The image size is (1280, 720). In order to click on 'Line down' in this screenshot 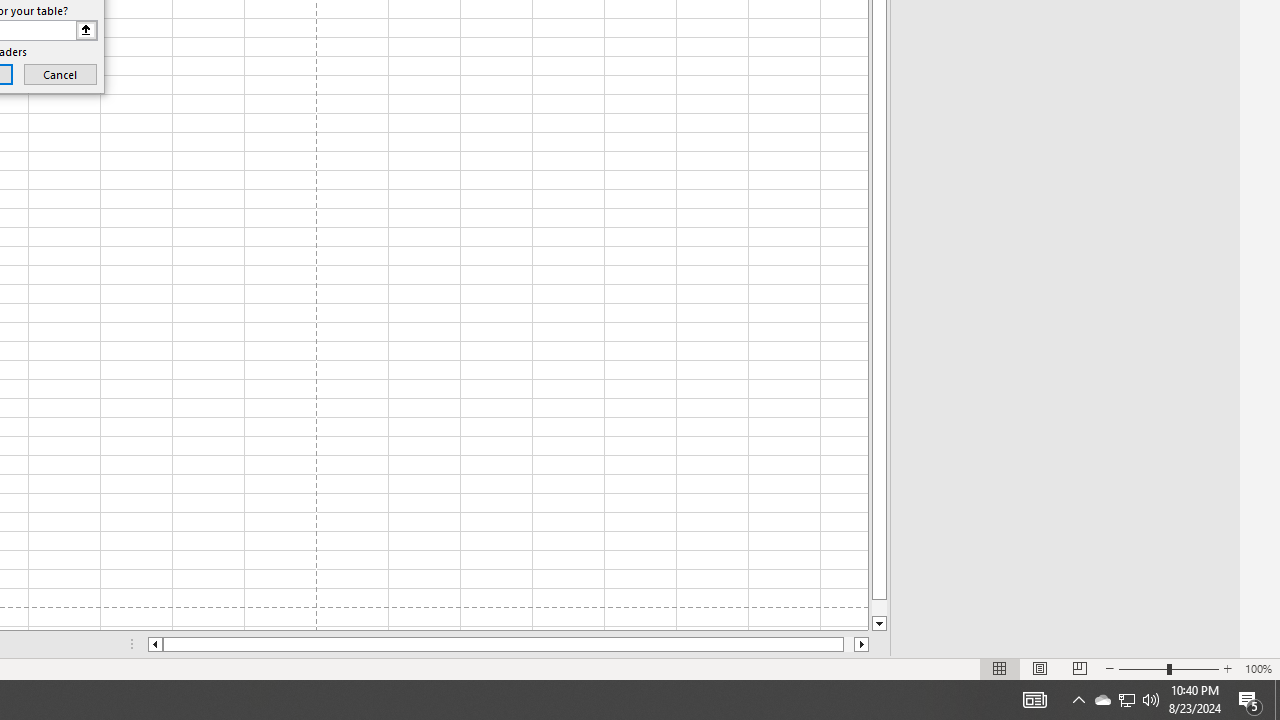, I will do `click(879, 623)`.